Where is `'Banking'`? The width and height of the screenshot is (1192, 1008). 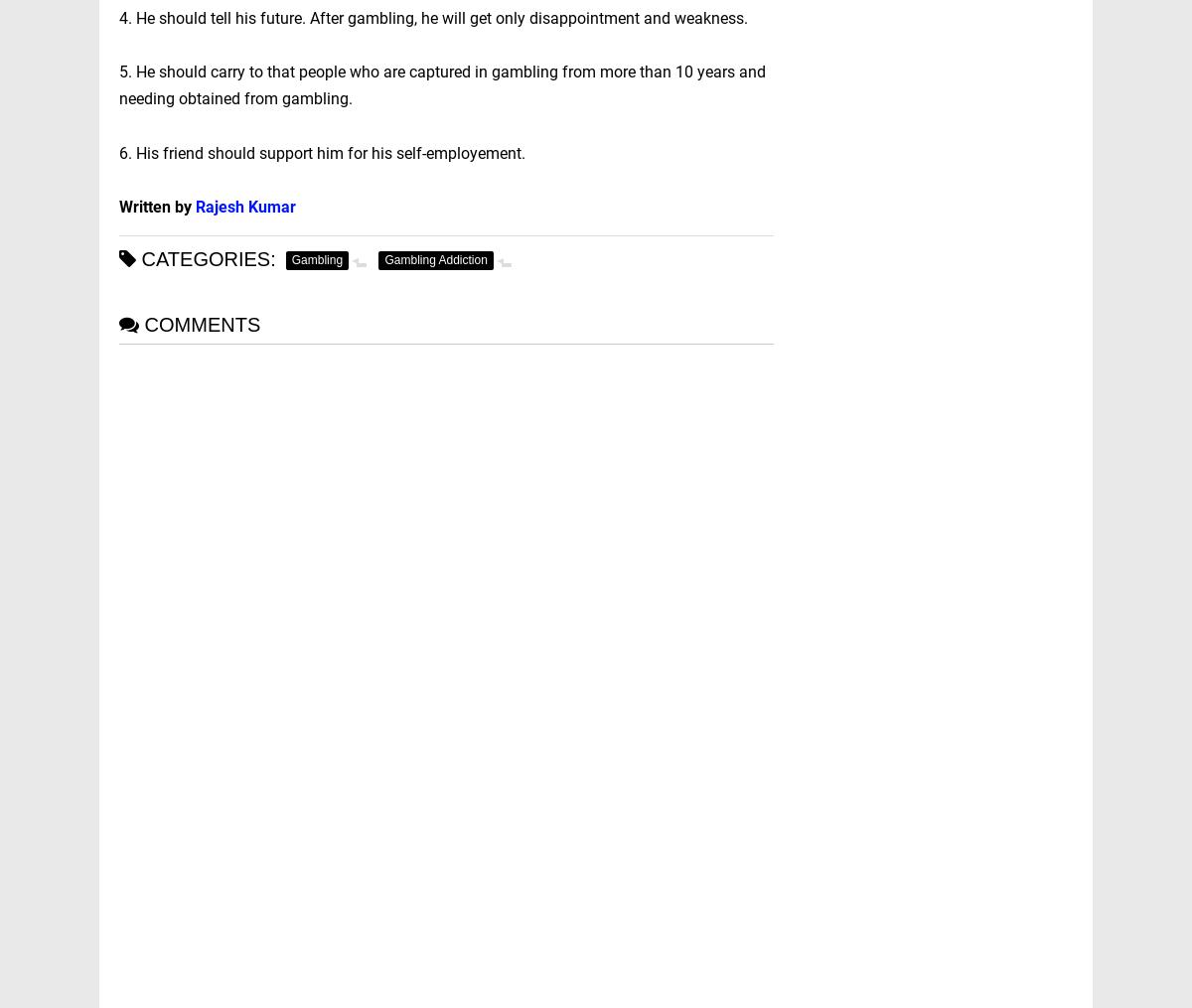
'Banking' is located at coordinates (882, 110).